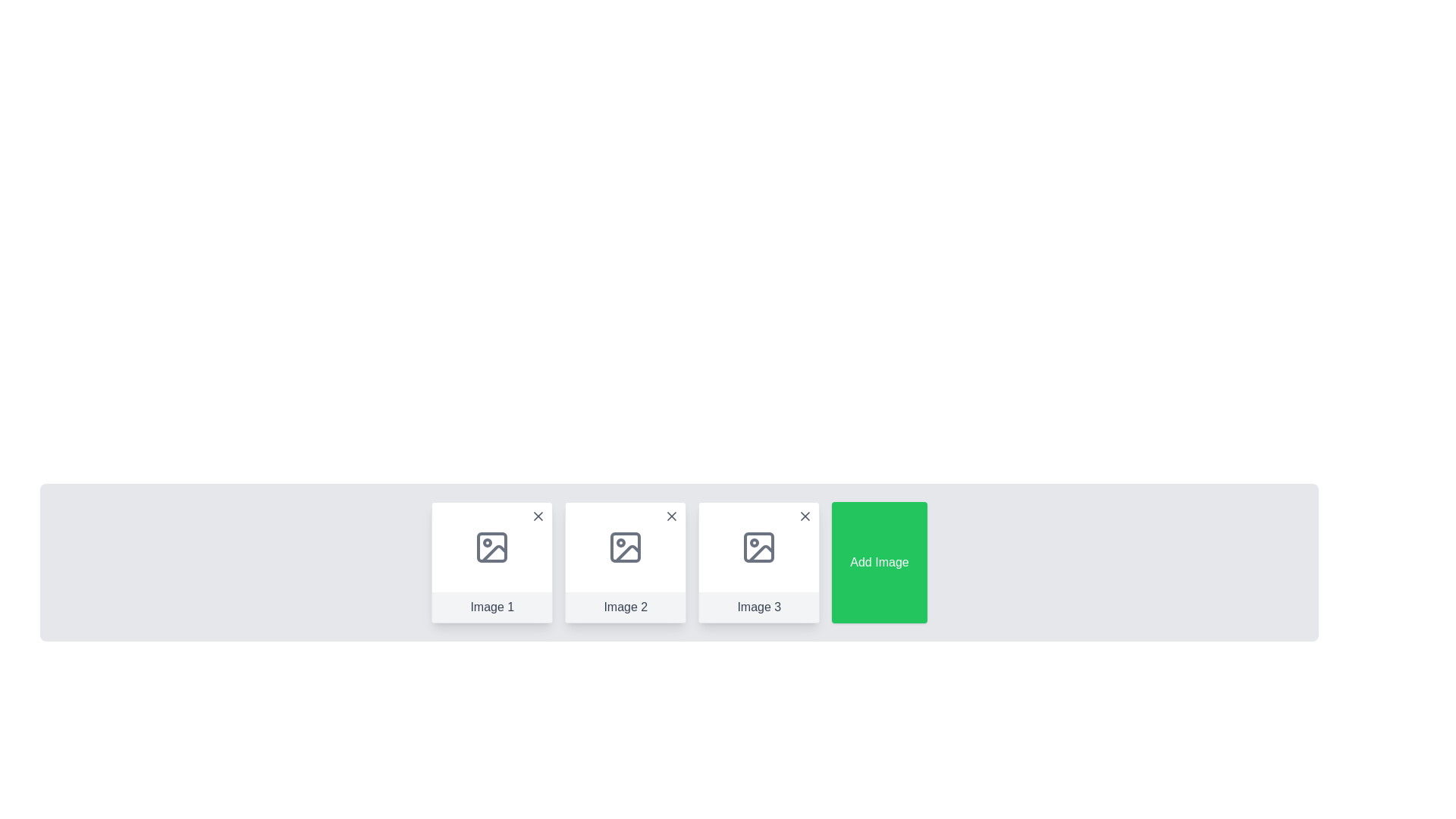 Image resolution: width=1456 pixels, height=819 pixels. I want to click on the rectangular green button with white text that says 'Add Image', so click(880, 562).